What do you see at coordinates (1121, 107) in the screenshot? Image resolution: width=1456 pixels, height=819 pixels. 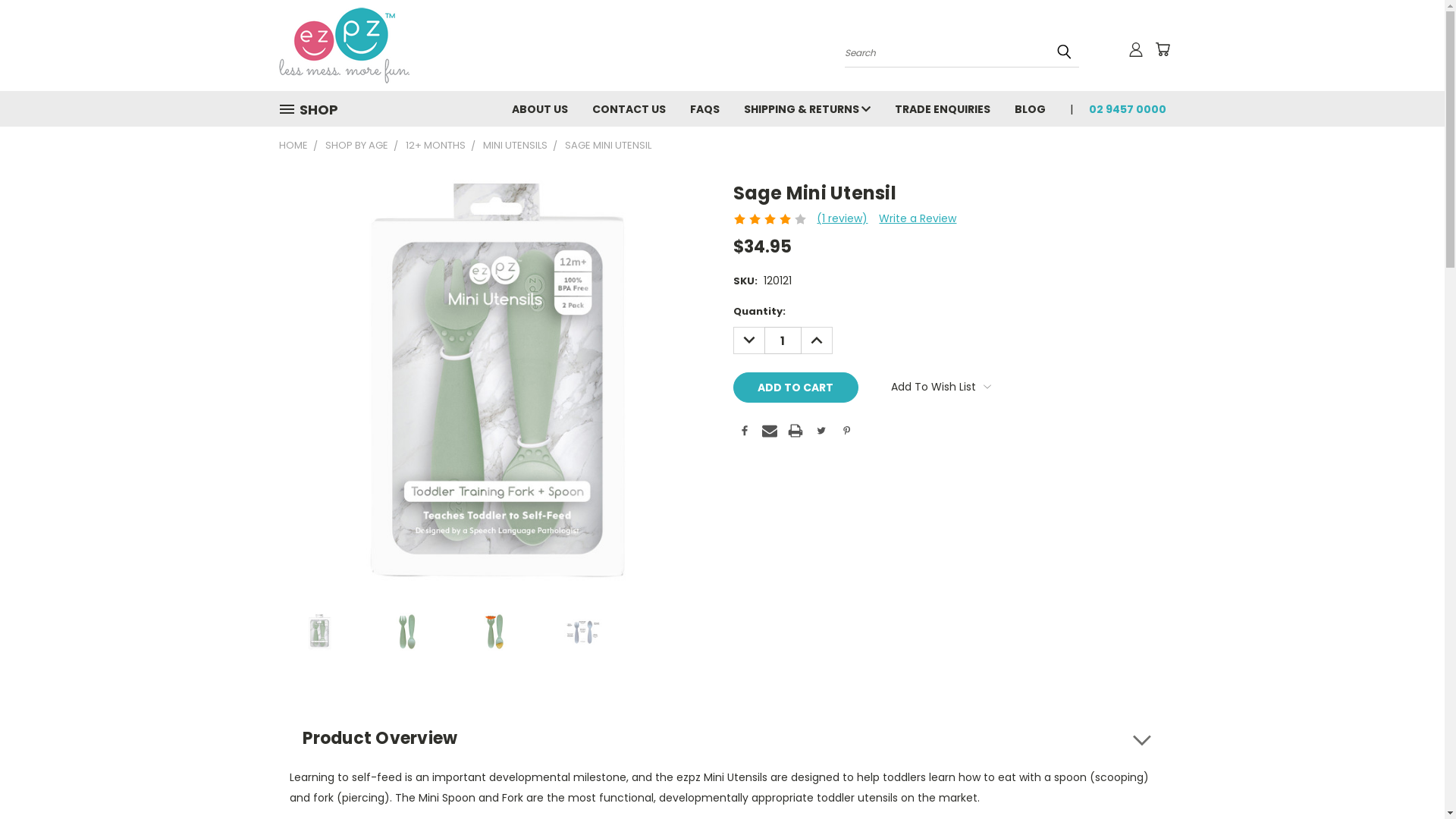 I see `'02 9457 0000'` at bounding box center [1121, 107].